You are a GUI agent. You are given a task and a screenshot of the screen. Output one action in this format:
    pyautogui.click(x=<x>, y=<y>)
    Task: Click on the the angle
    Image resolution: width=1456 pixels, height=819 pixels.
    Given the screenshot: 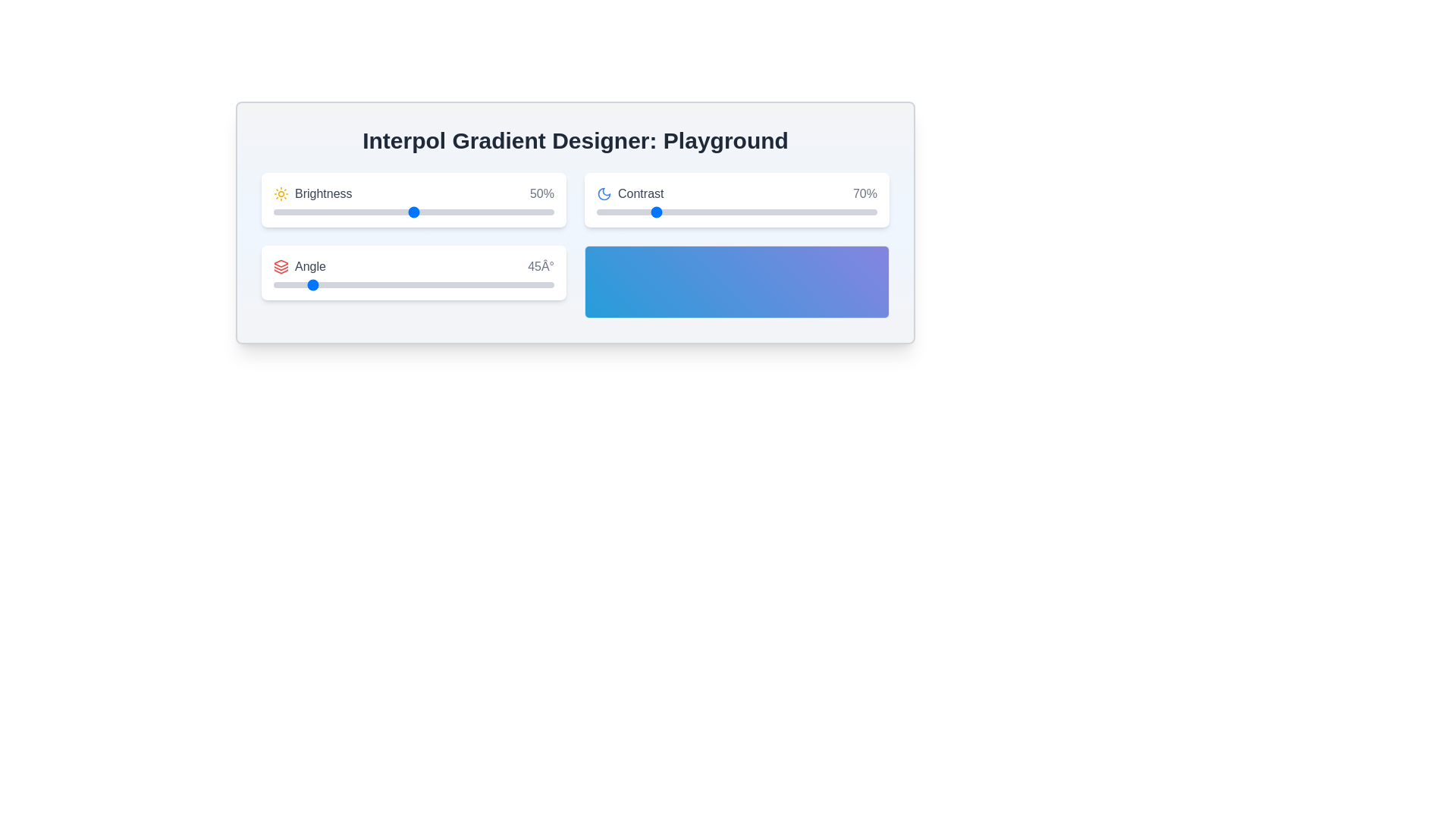 What is the action you would take?
    pyautogui.click(x=511, y=284)
    